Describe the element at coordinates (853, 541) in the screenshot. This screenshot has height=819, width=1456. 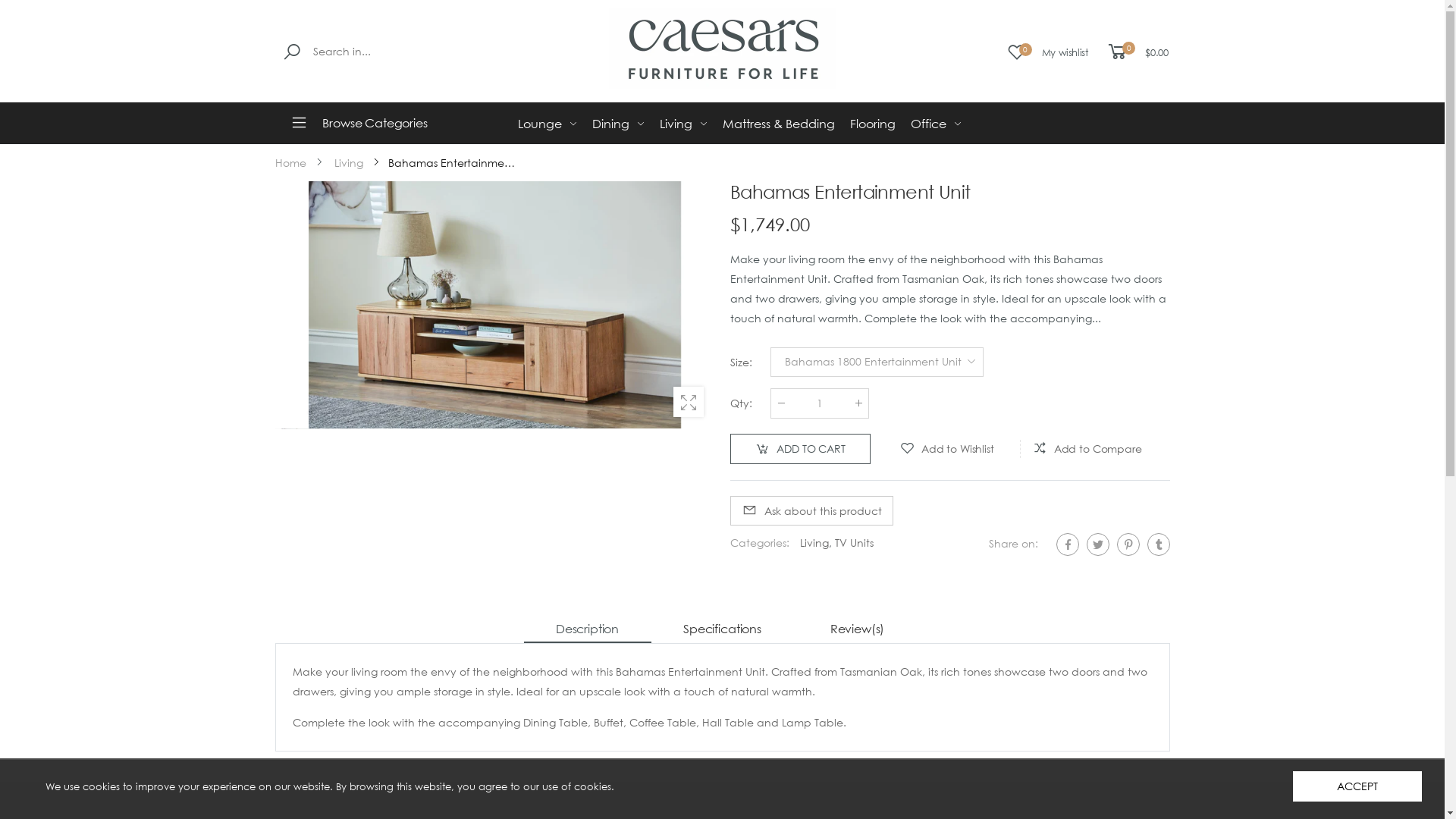
I see `'TV Units'` at that location.